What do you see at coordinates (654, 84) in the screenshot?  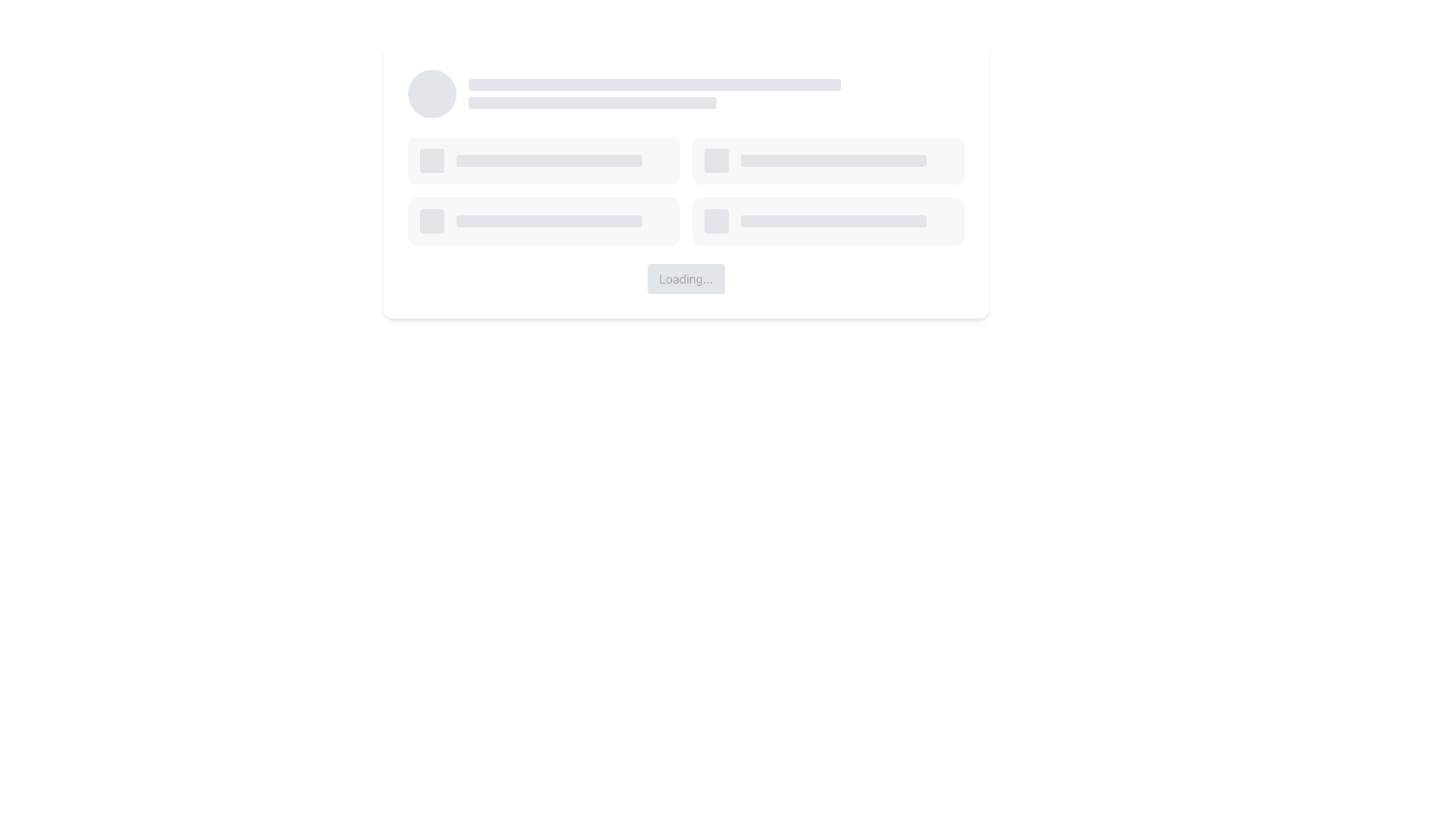 I see `the Skeleton Loader element, which serves as a placeholder indicating that loading is in progress and is positioned at the top left of the vertical stack layout` at bounding box center [654, 84].